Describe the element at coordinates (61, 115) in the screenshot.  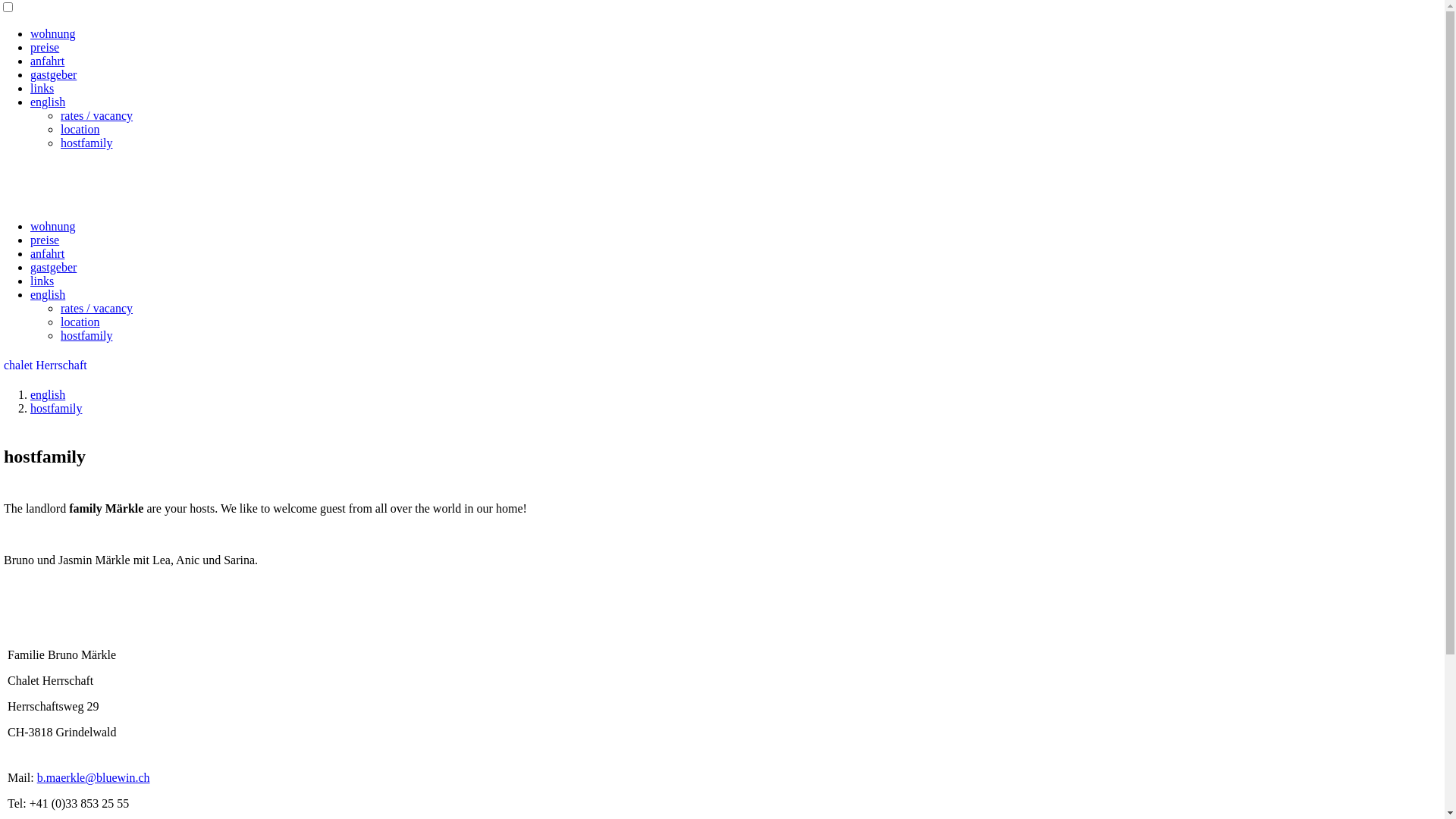
I see `'rates / vacancy'` at that location.